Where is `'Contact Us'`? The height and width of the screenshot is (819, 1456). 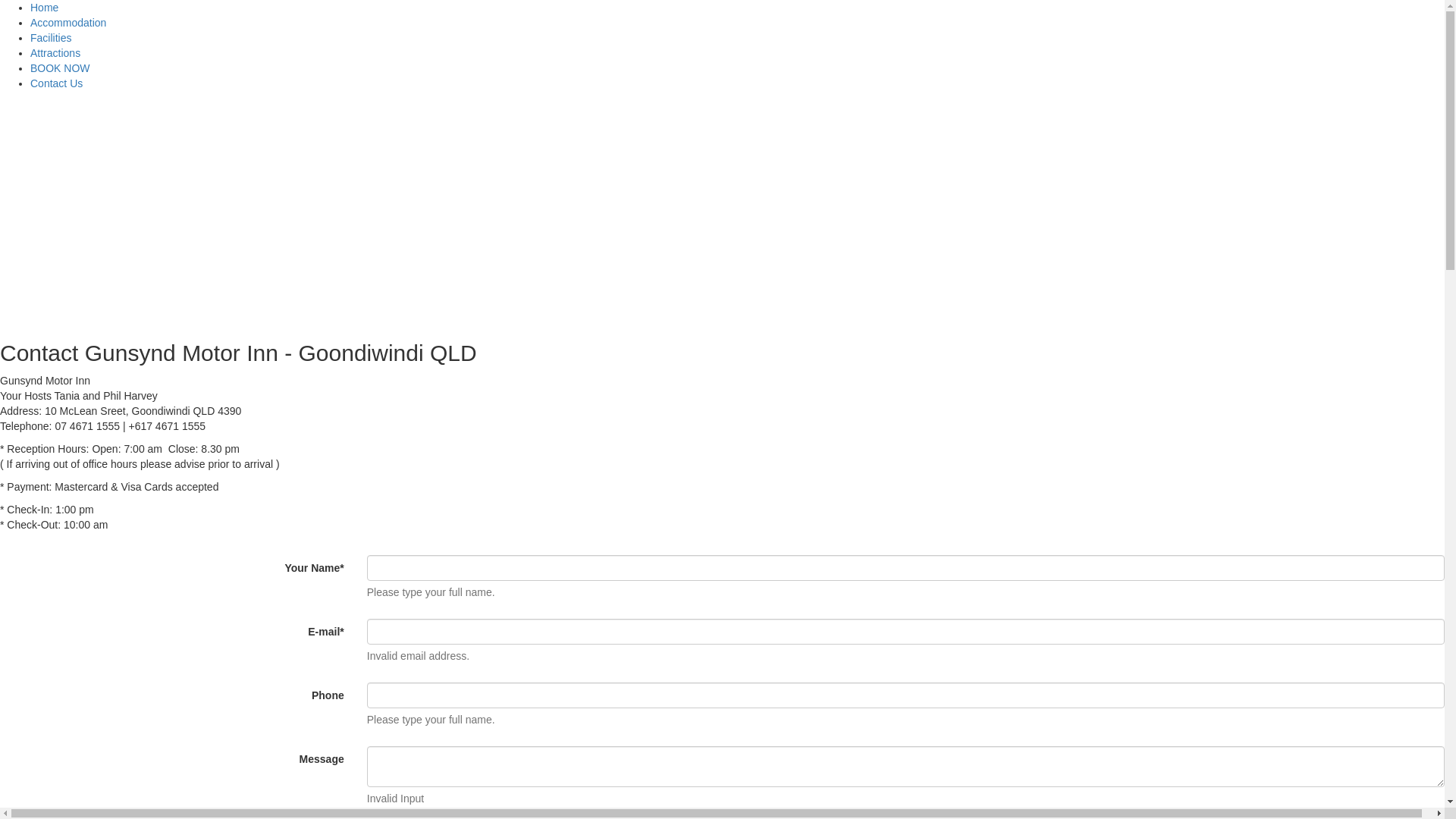
'Contact Us' is located at coordinates (56, 83).